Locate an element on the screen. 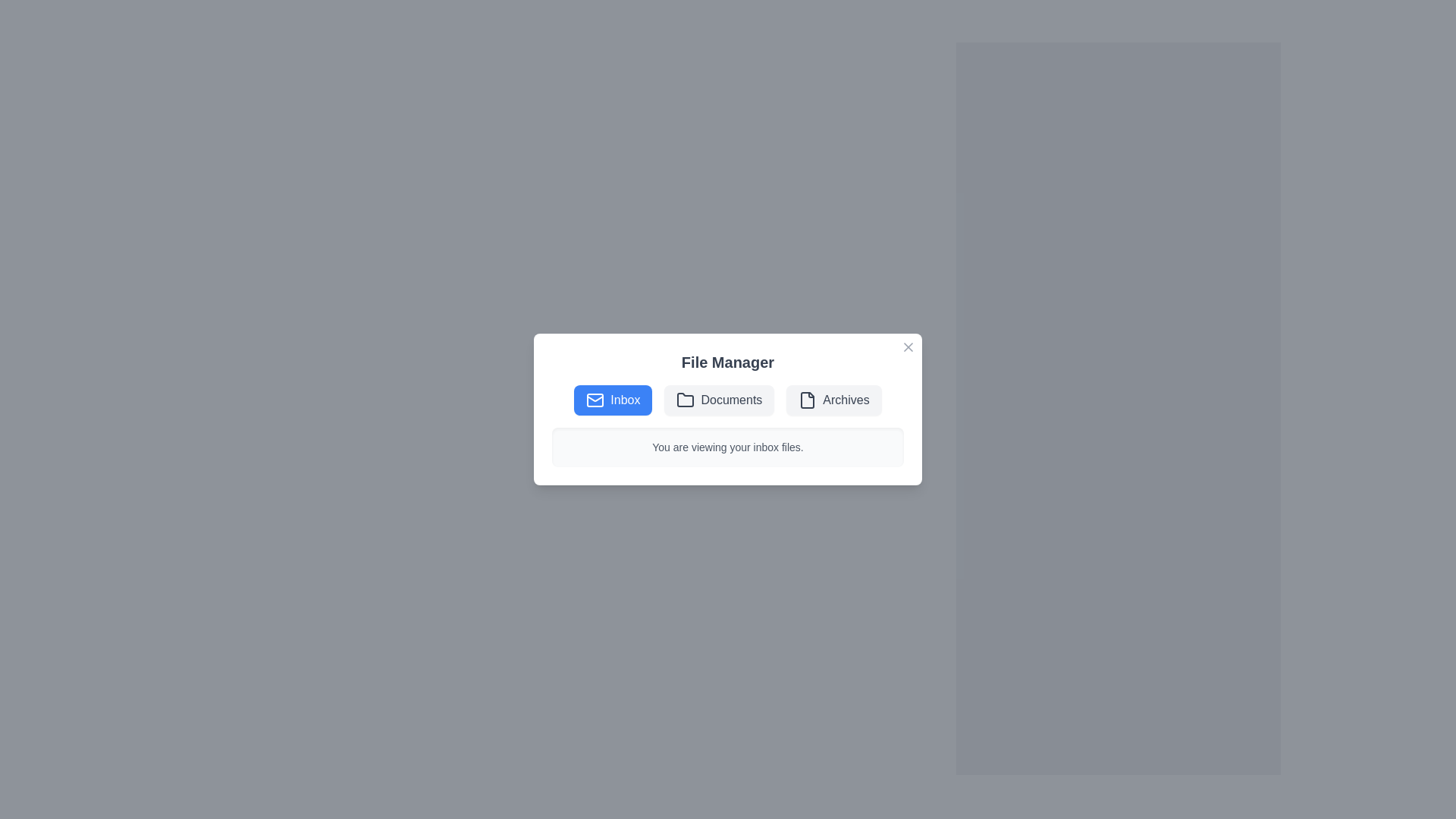  the 'Inbox' envelope icon, which is centrally located in the 'Inbox' section of the control panel and includes a graphical detail representing a mail line is located at coordinates (595, 400).